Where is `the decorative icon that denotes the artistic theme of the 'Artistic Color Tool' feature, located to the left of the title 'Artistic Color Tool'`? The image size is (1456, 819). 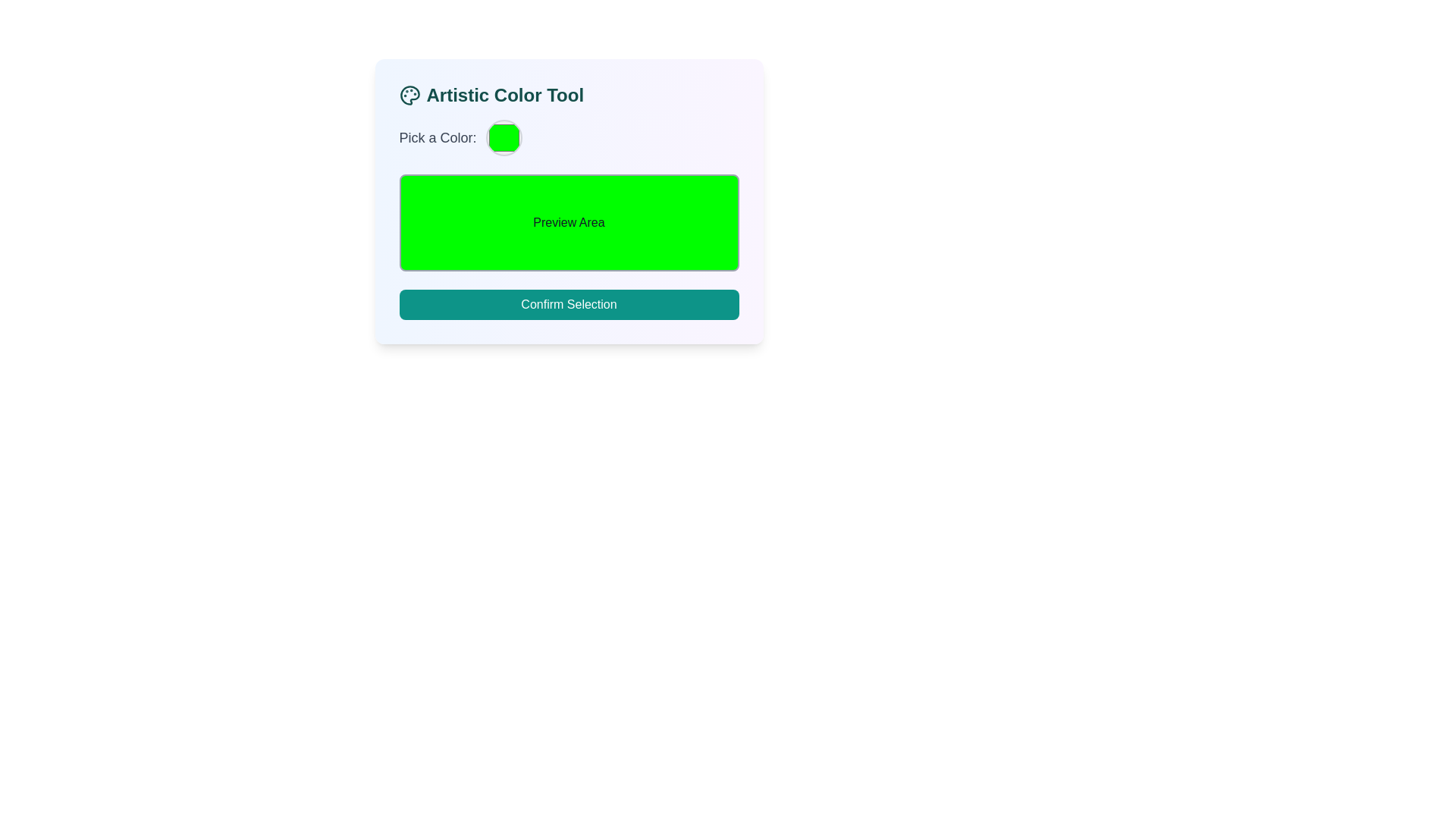
the decorative icon that denotes the artistic theme of the 'Artistic Color Tool' feature, located to the left of the title 'Artistic Color Tool' is located at coordinates (409, 96).